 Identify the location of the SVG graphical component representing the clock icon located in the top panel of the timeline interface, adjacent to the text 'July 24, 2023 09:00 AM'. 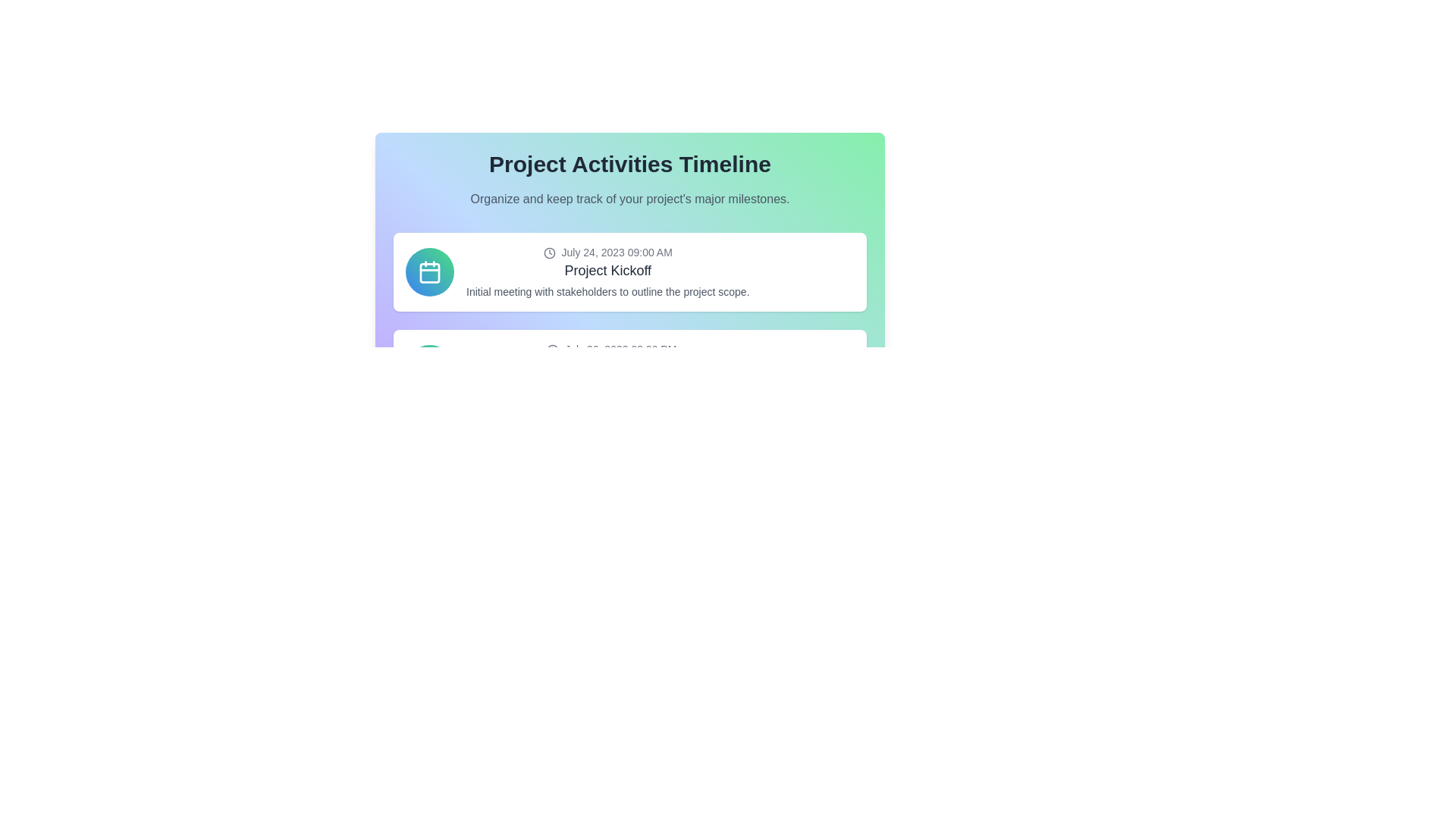
(548, 253).